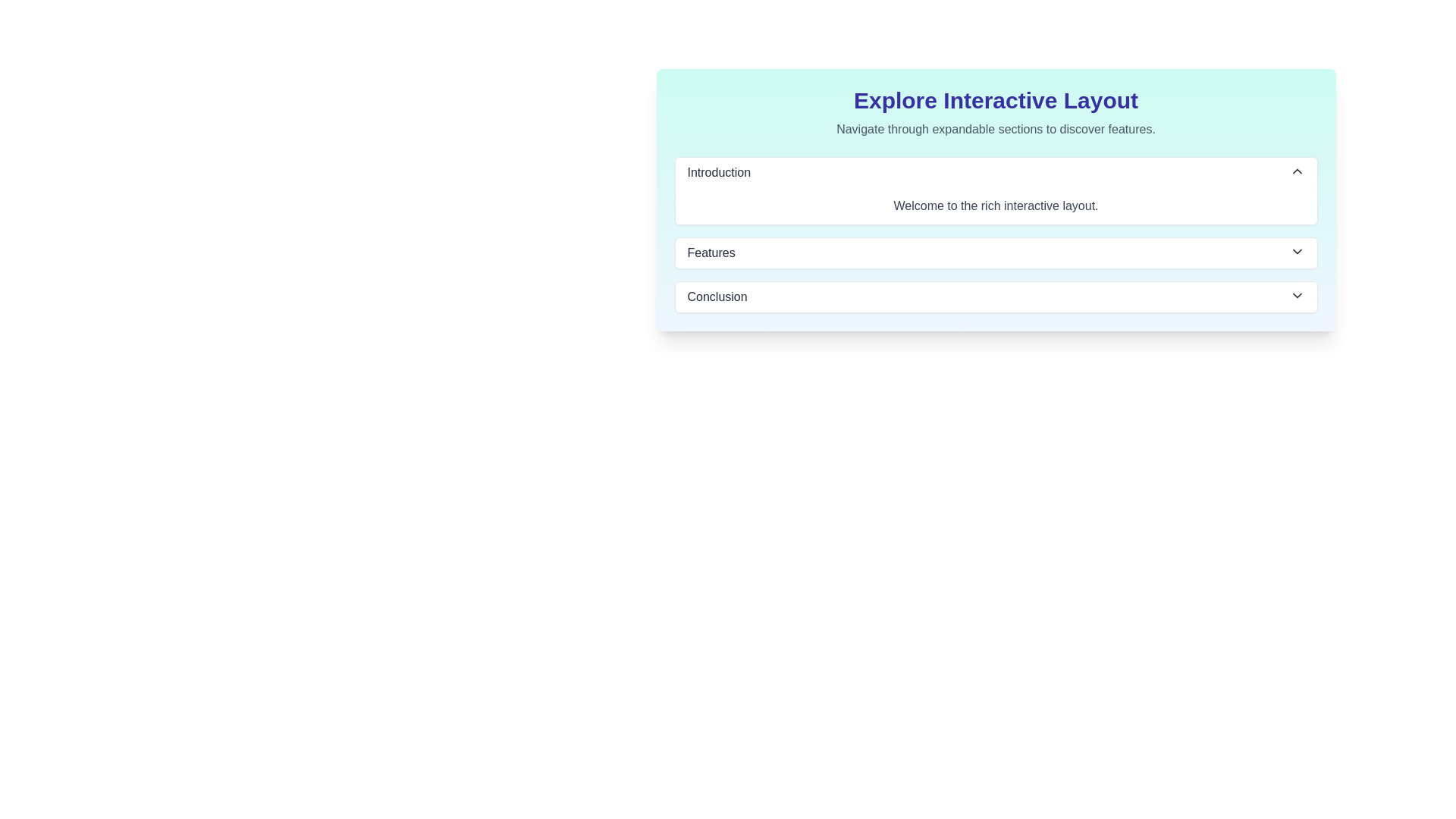 The image size is (1456, 819). What do you see at coordinates (1296, 250) in the screenshot?
I see `the Chevron Down Icon located to the right of the 'Features' button` at bounding box center [1296, 250].